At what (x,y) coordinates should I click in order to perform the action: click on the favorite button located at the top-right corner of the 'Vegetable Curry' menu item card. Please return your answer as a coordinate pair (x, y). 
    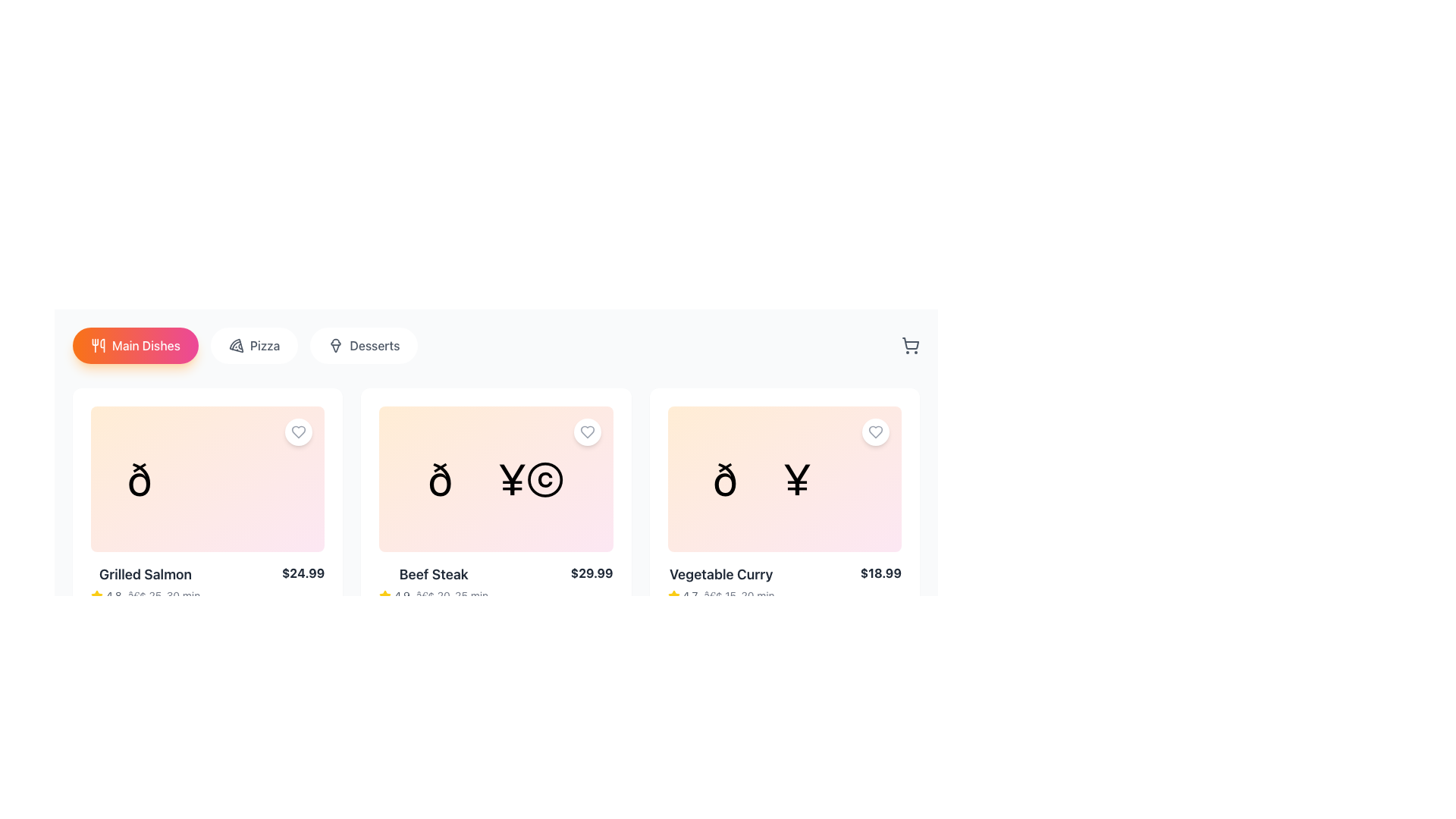
    Looking at the image, I should click on (876, 432).